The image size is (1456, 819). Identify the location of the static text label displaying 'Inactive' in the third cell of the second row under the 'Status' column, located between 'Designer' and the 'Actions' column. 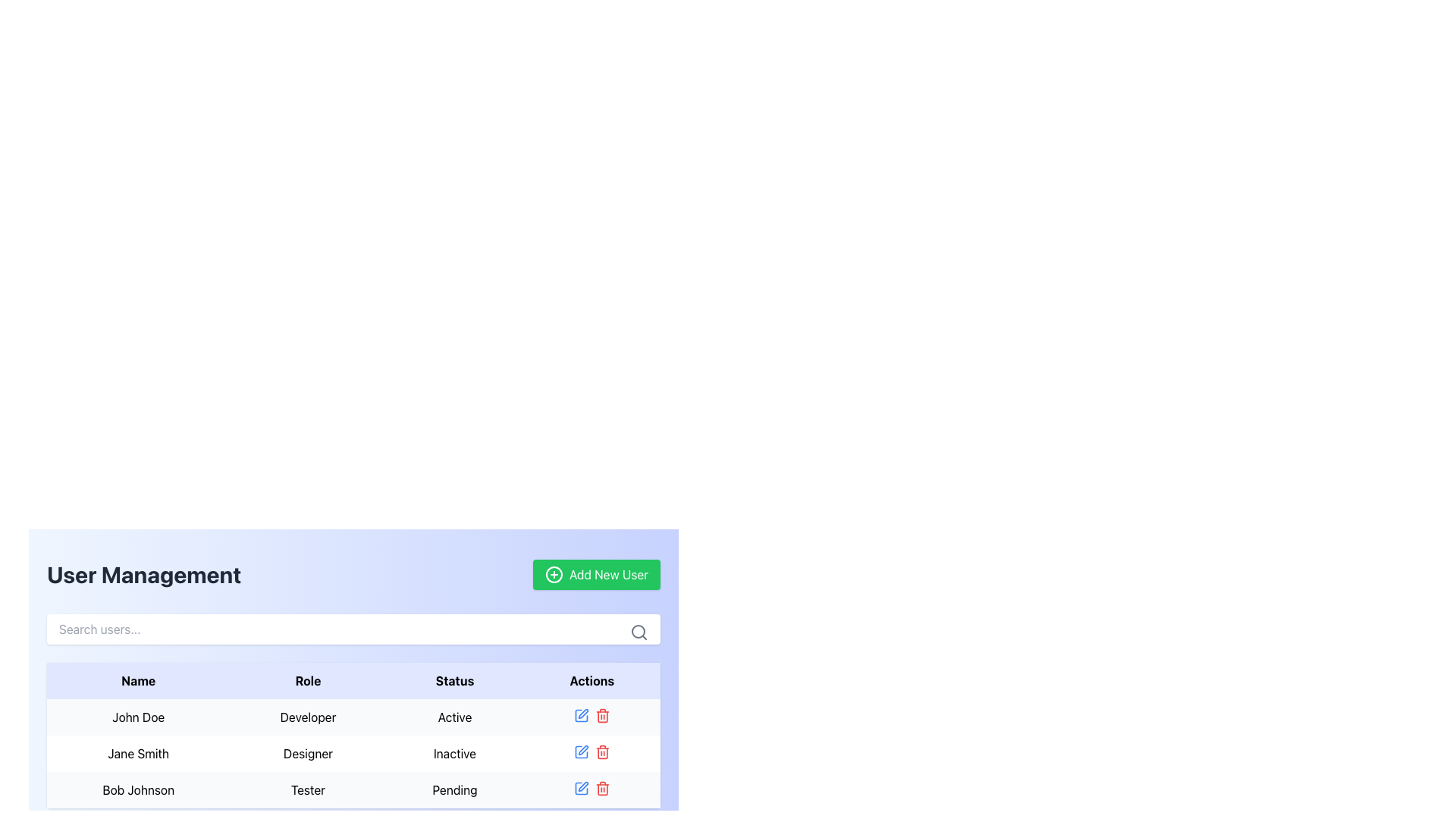
(454, 754).